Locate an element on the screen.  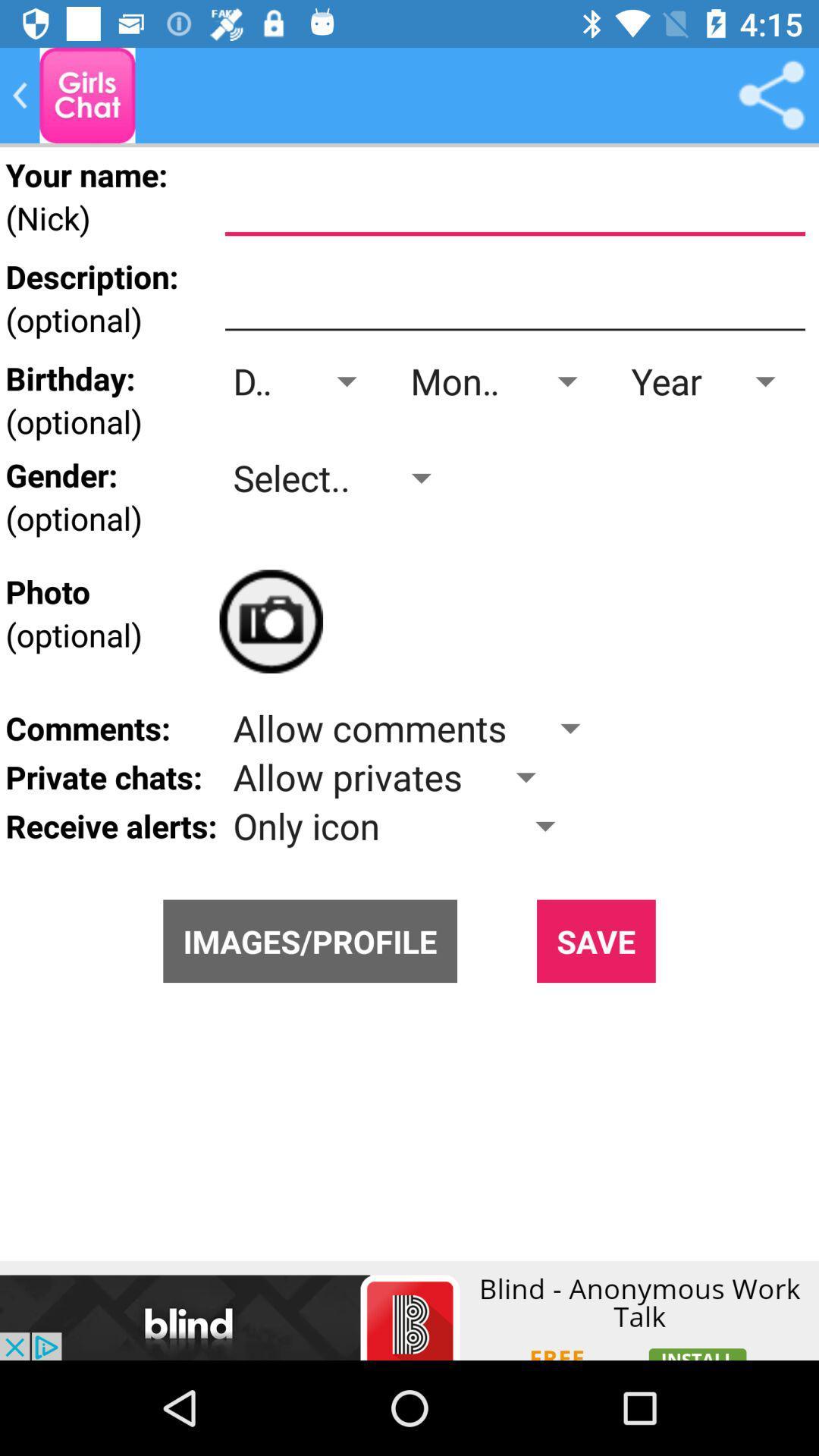
go back is located at coordinates (20, 94).